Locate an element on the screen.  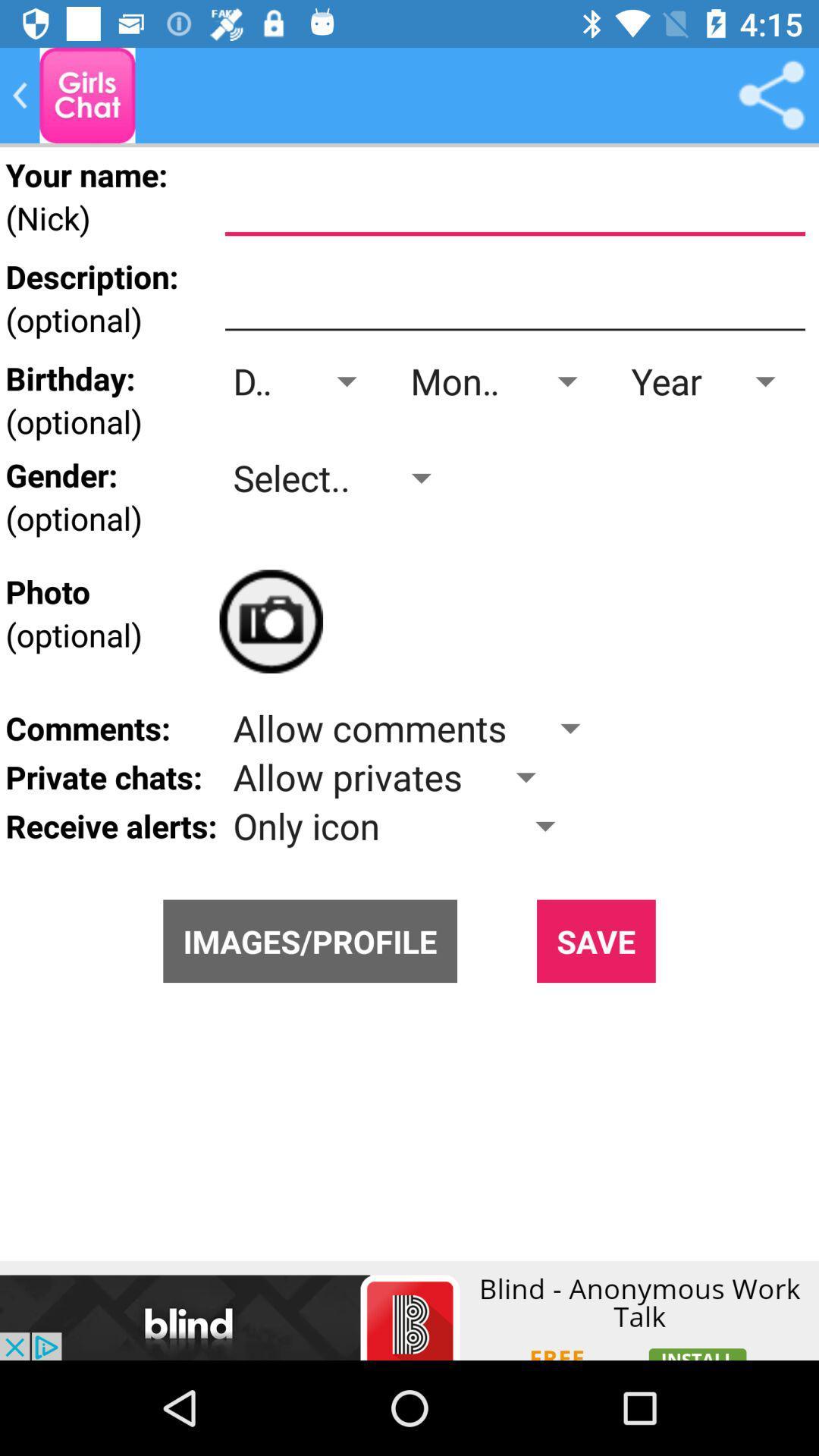
go back is located at coordinates (20, 94).